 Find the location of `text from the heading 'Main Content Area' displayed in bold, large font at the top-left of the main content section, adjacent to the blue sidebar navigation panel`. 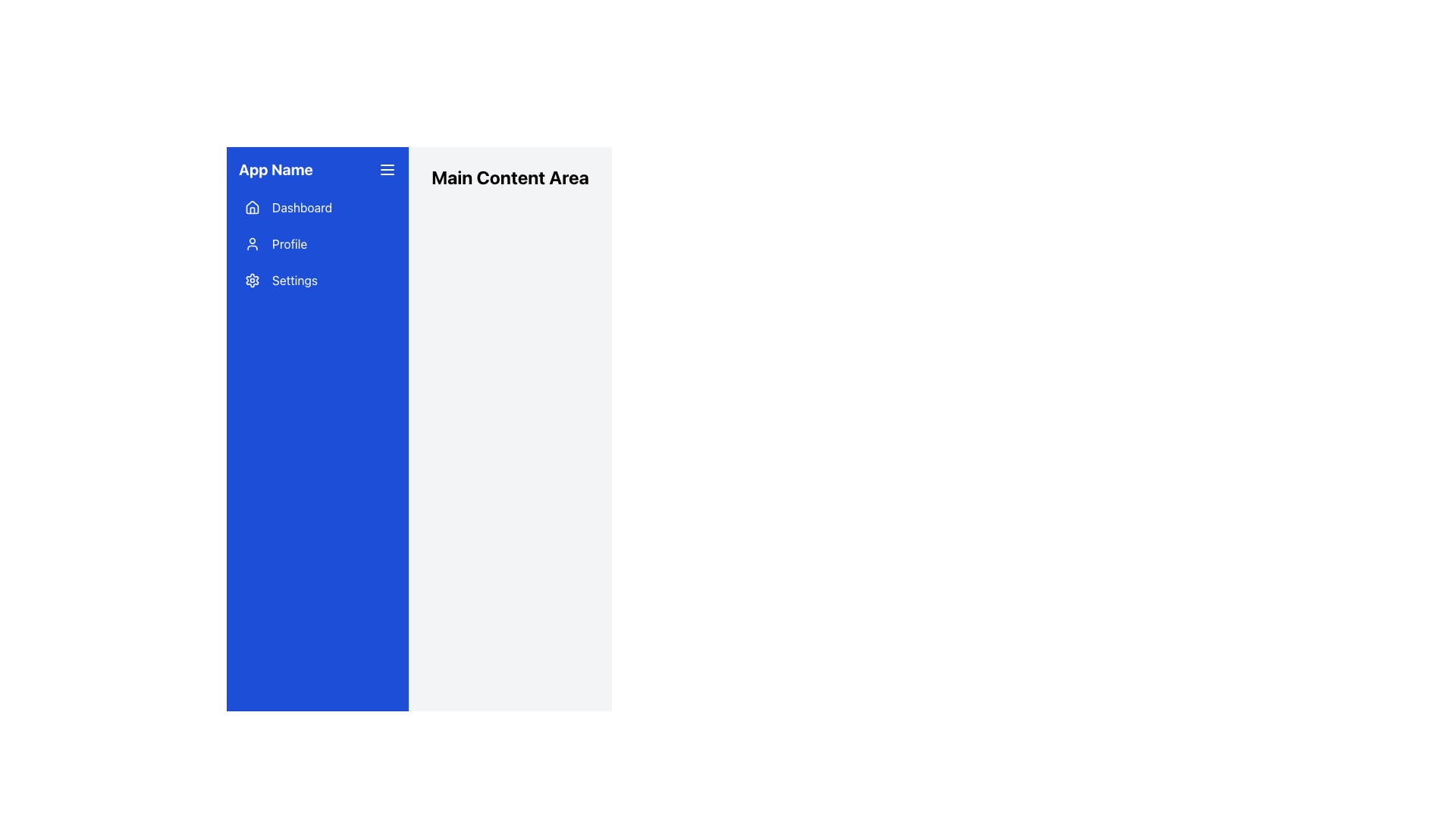

text from the heading 'Main Content Area' displayed in bold, large font at the top-left of the main content section, adjacent to the blue sidebar navigation panel is located at coordinates (510, 177).